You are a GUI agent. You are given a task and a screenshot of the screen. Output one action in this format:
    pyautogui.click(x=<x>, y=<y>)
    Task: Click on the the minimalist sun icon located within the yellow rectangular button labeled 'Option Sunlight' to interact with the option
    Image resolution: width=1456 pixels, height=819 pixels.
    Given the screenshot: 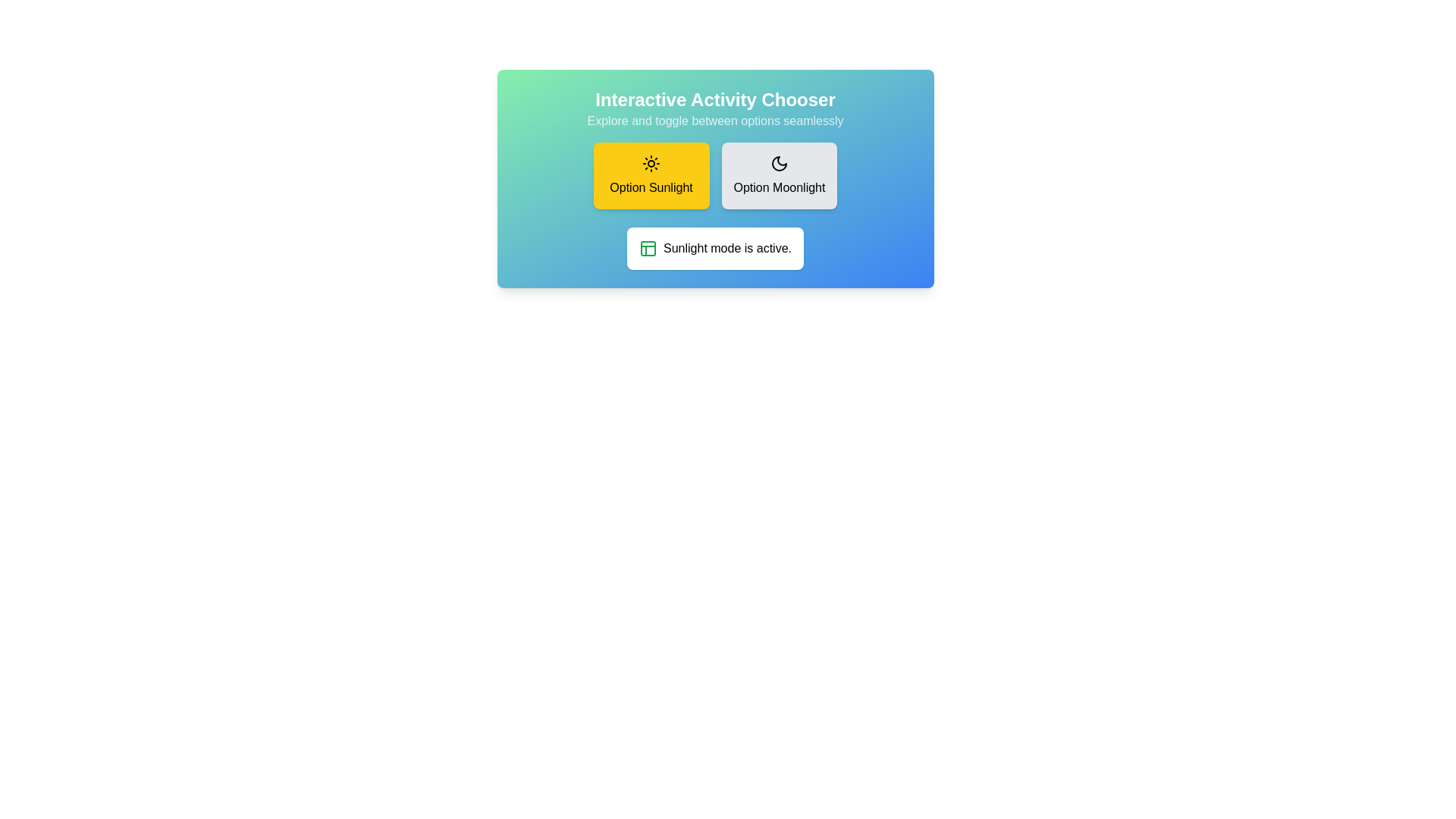 What is the action you would take?
    pyautogui.click(x=651, y=164)
    